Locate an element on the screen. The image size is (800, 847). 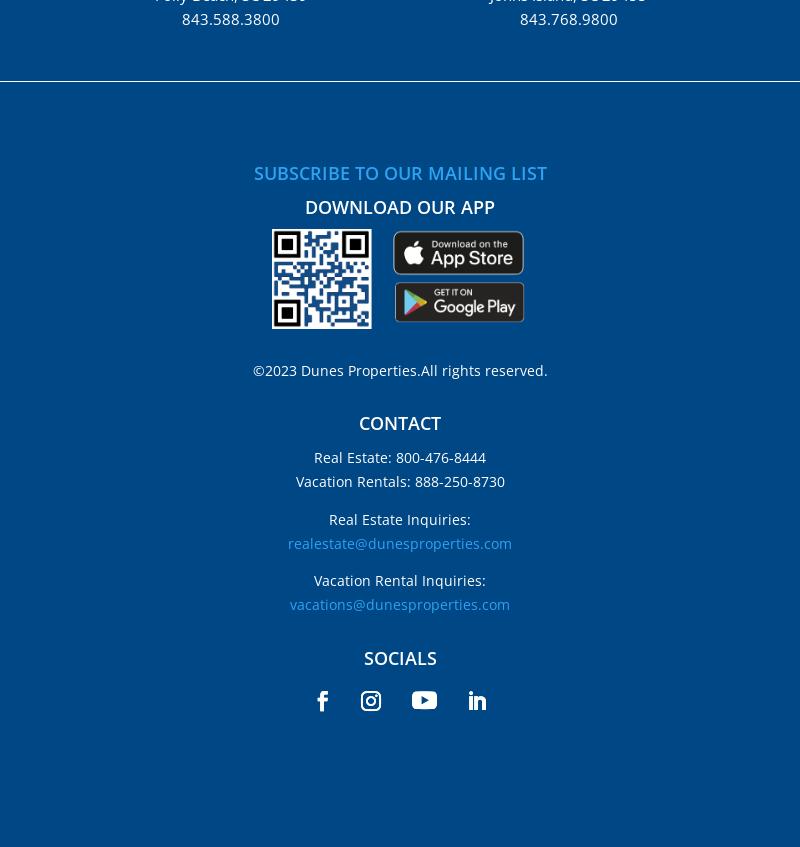
'CONTACT' is located at coordinates (358, 421).